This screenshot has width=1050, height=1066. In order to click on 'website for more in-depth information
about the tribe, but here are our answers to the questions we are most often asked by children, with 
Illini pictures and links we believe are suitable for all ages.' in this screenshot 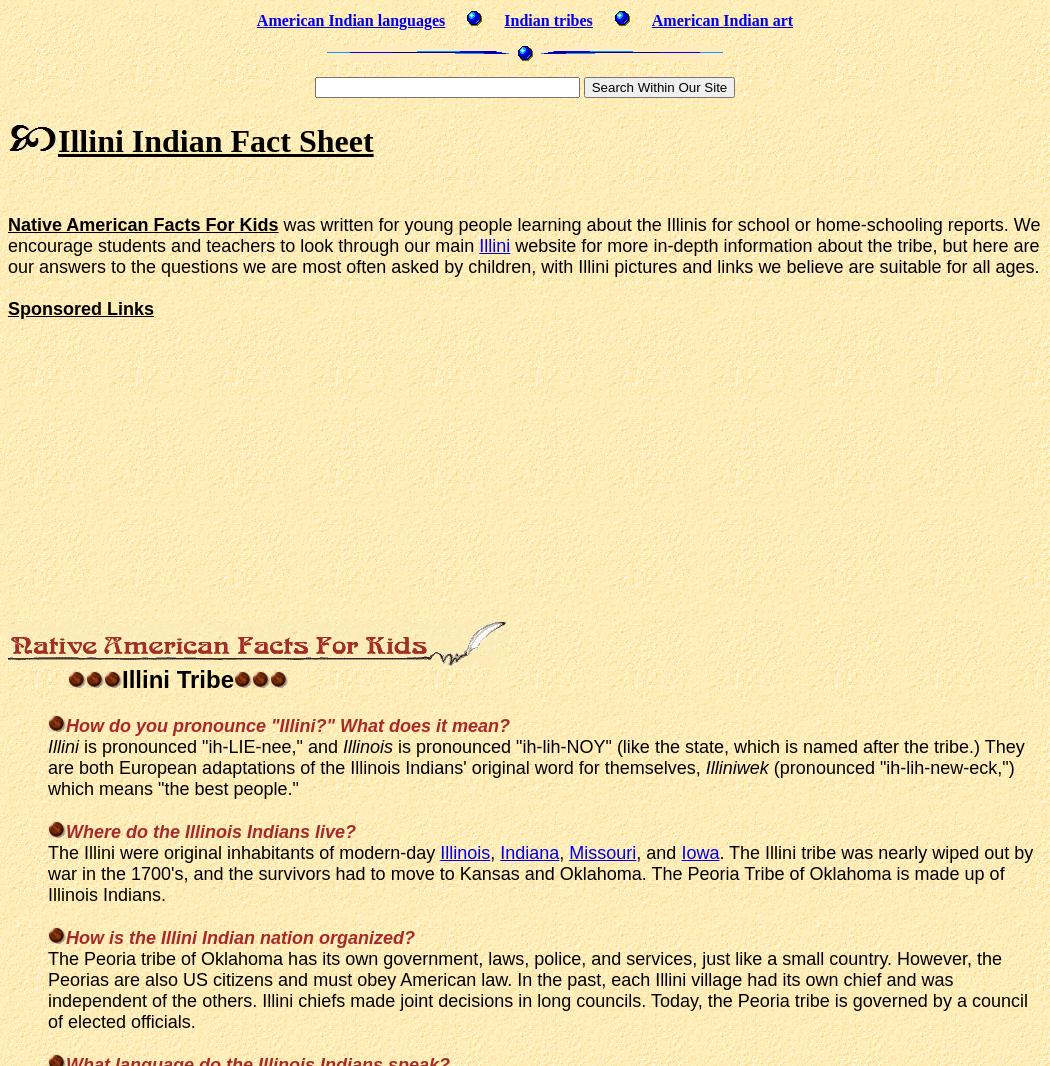, I will do `click(522, 254)`.